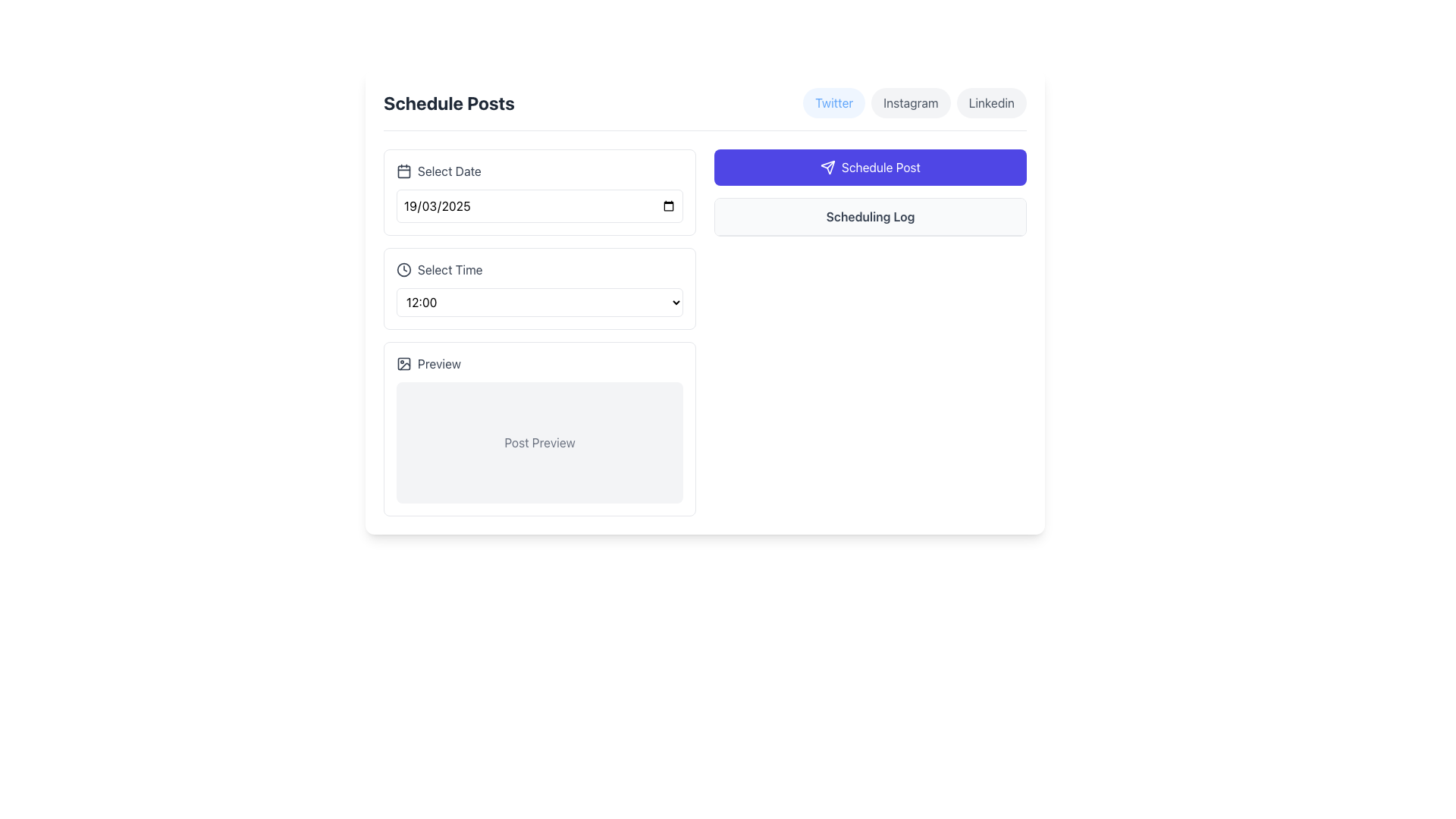  What do you see at coordinates (403, 363) in the screenshot?
I see `the minimalistic dark gray icon with a rectangular frame and circular design located to the left of the 'Preview' text in the 'Preview' section` at bounding box center [403, 363].